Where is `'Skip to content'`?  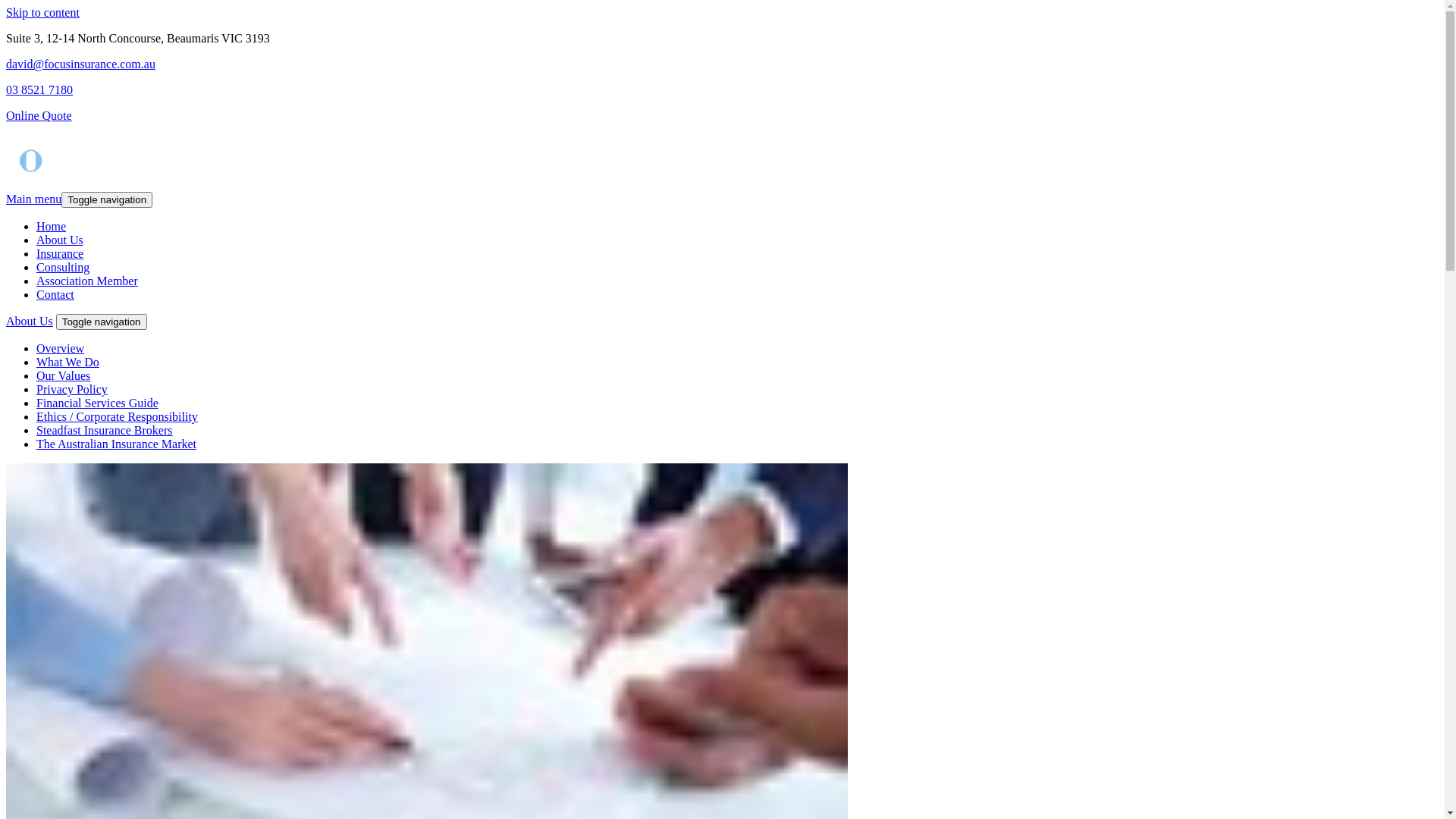 'Skip to content' is located at coordinates (42, 12).